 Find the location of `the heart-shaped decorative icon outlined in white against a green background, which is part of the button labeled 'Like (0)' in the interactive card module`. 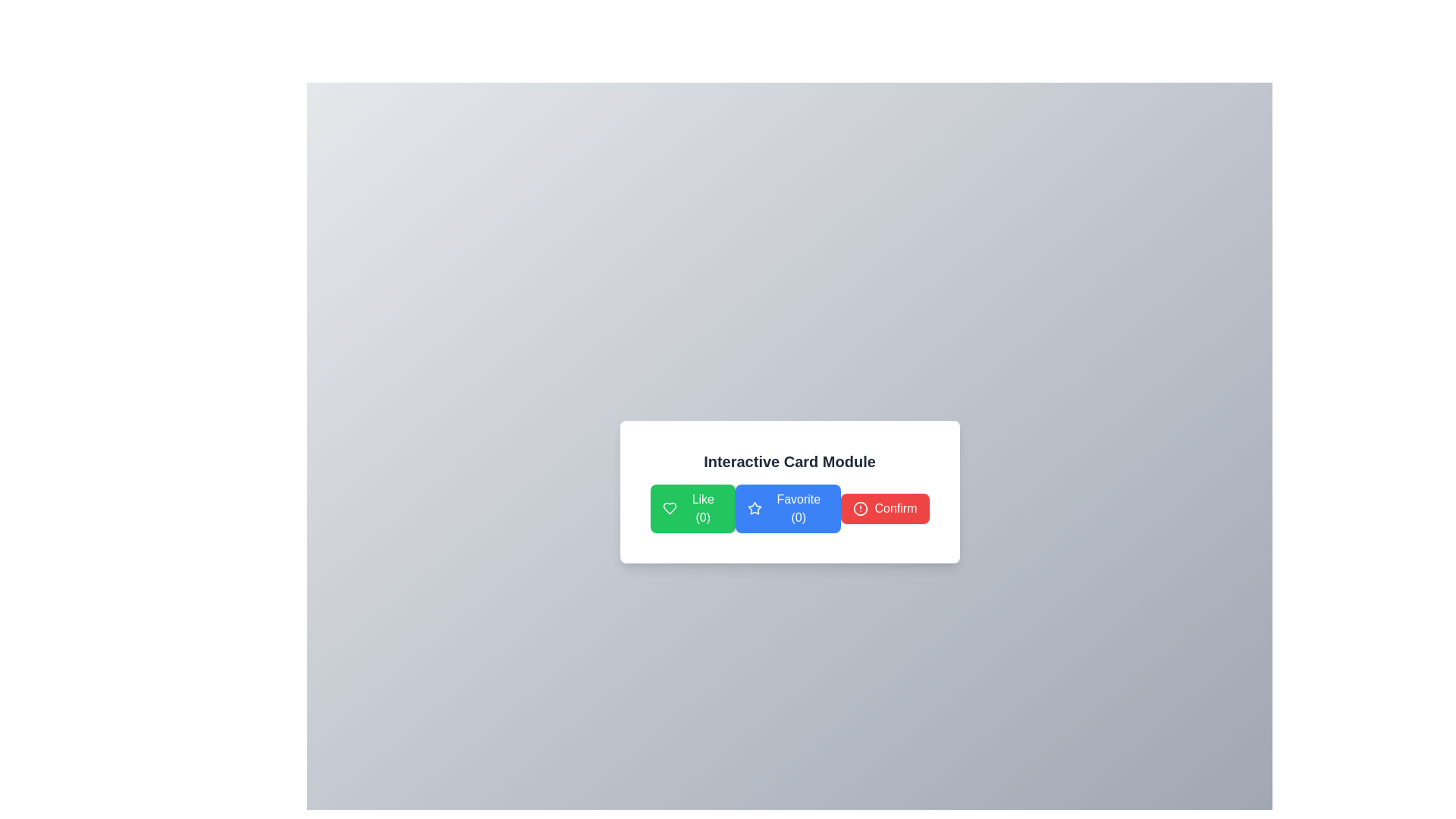

the heart-shaped decorative icon outlined in white against a green background, which is part of the button labeled 'Like (0)' in the interactive card module is located at coordinates (669, 509).